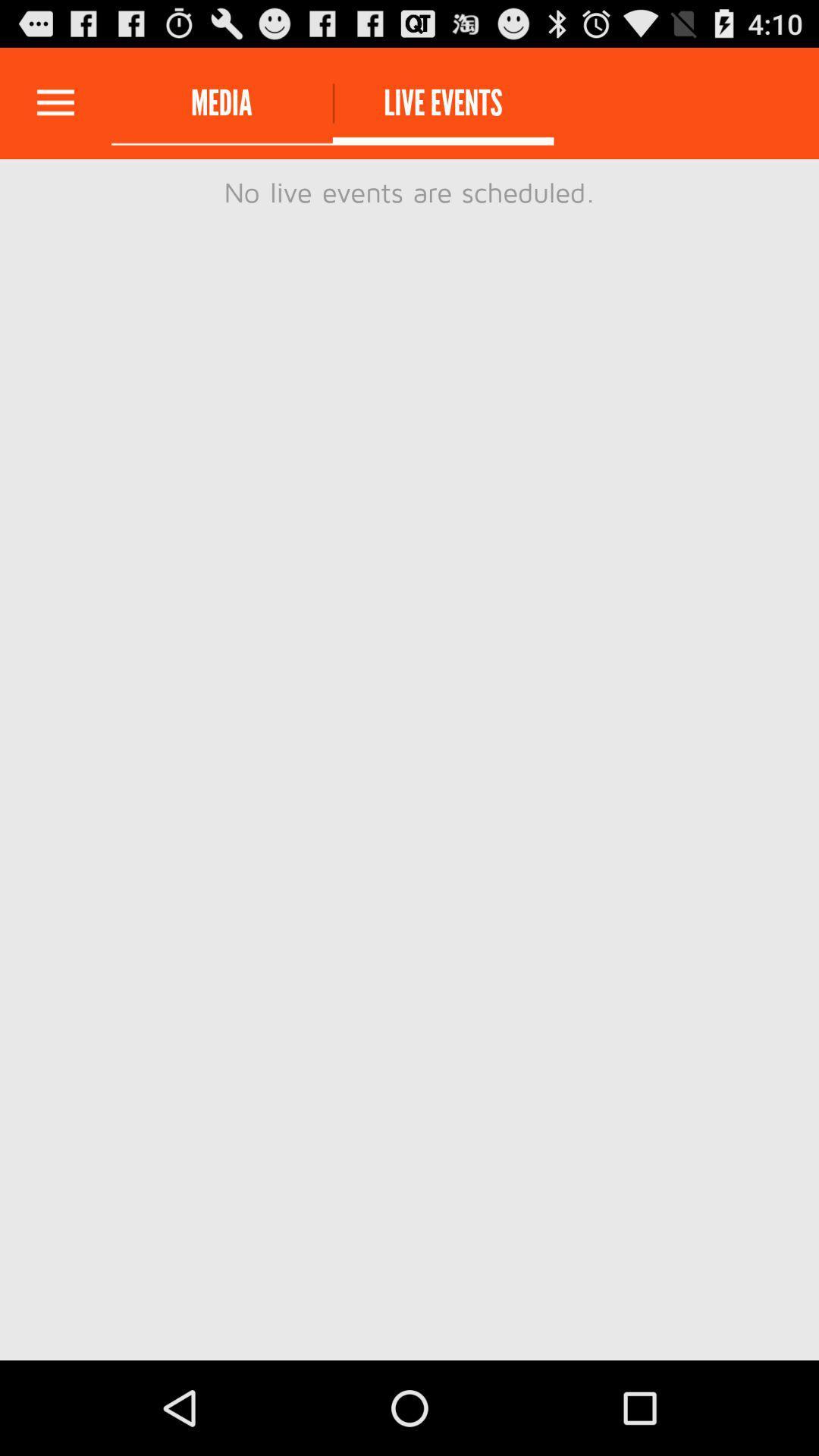 Image resolution: width=819 pixels, height=1456 pixels. What do you see at coordinates (55, 102) in the screenshot?
I see `more options` at bounding box center [55, 102].